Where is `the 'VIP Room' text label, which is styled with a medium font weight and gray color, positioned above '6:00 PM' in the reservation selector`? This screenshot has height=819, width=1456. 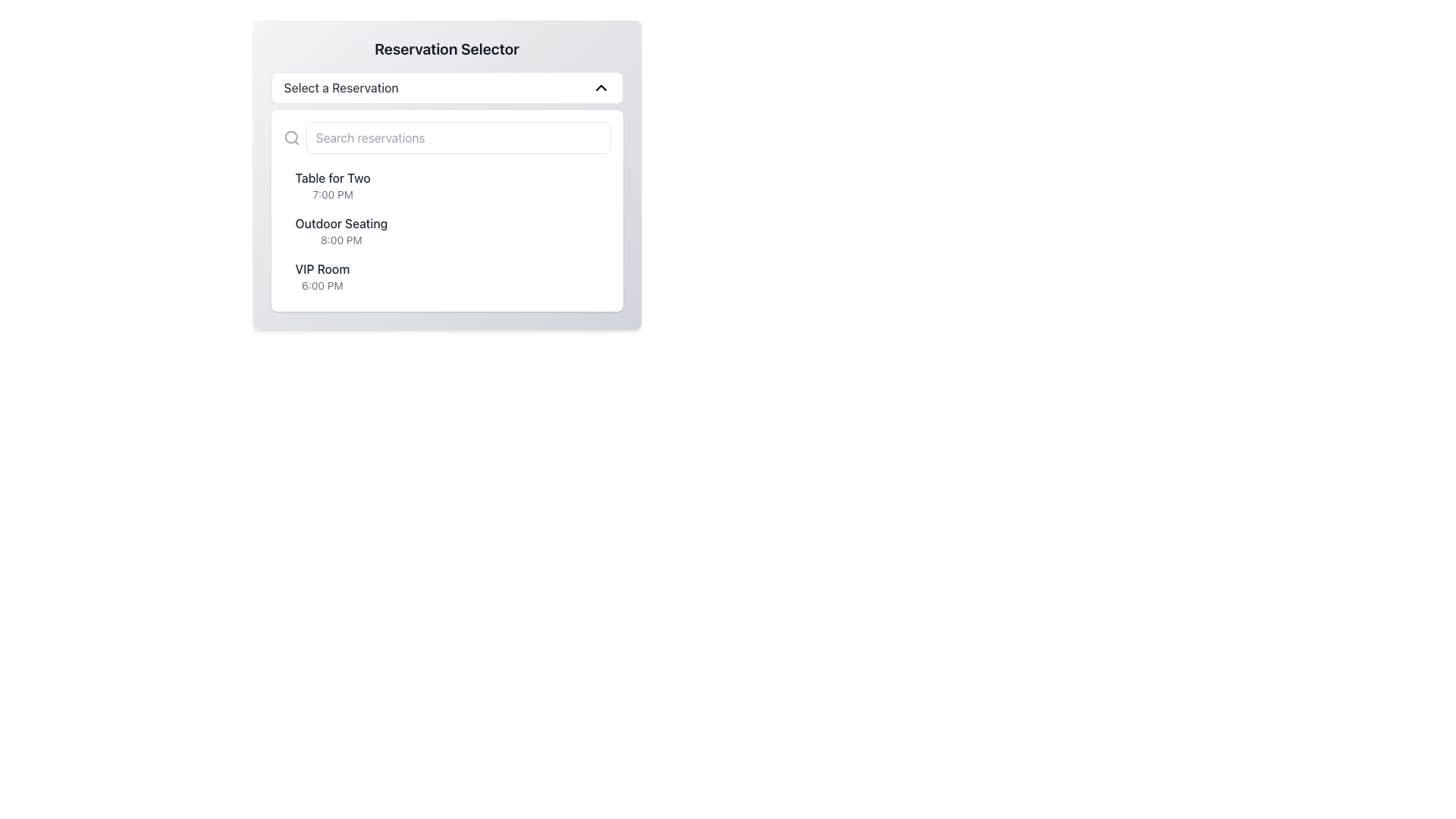
the 'VIP Room' text label, which is styled with a medium font weight and gray color, positioned above '6:00 PM' in the reservation selector is located at coordinates (322, 268).